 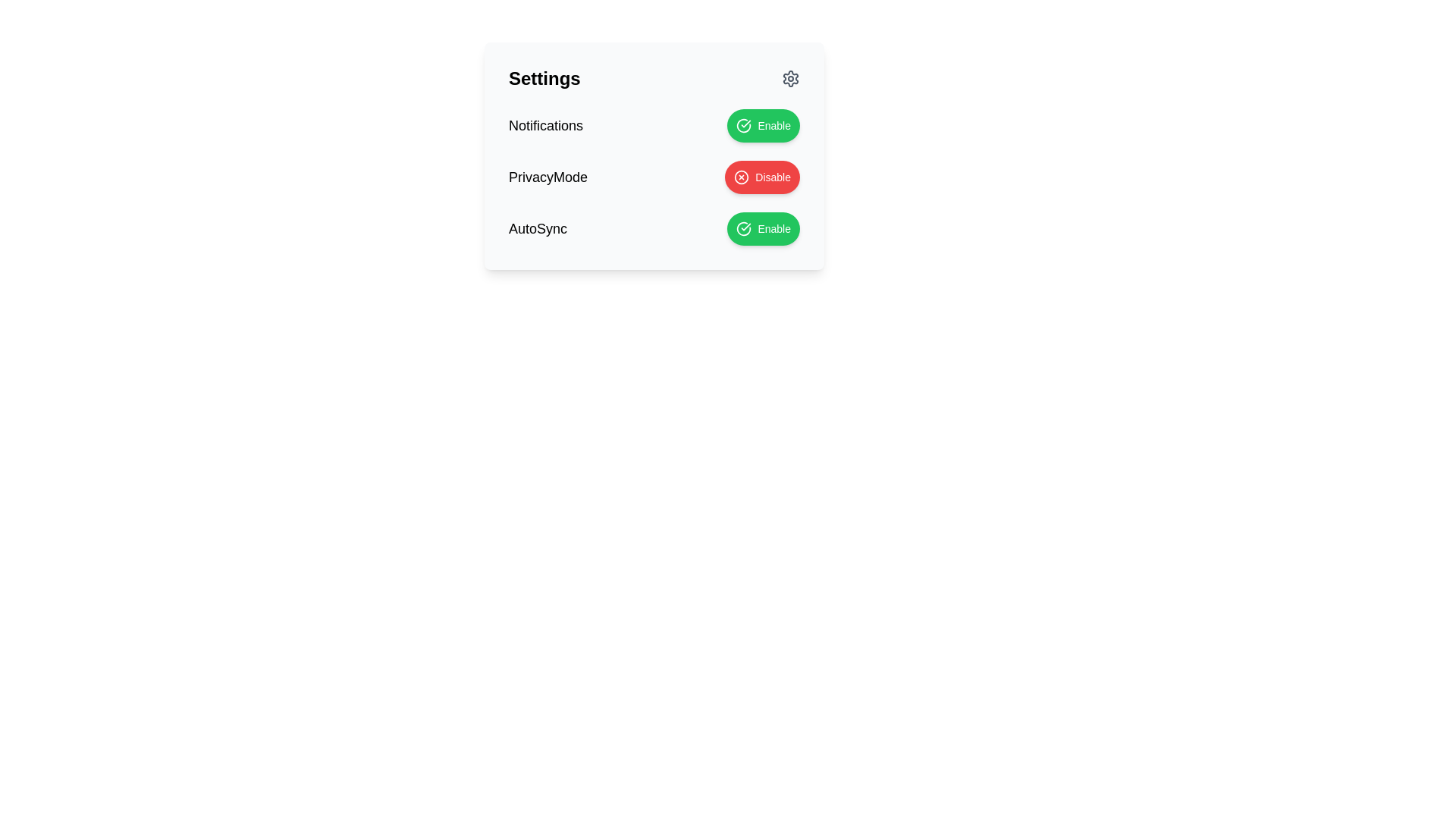 What do you see at coordinates (538, 228) in the screenshot?
I see `the Text Label that serves as a title for the related setting, which is positioned next to a green 'Enable' button` at bounding box center [538, 228].